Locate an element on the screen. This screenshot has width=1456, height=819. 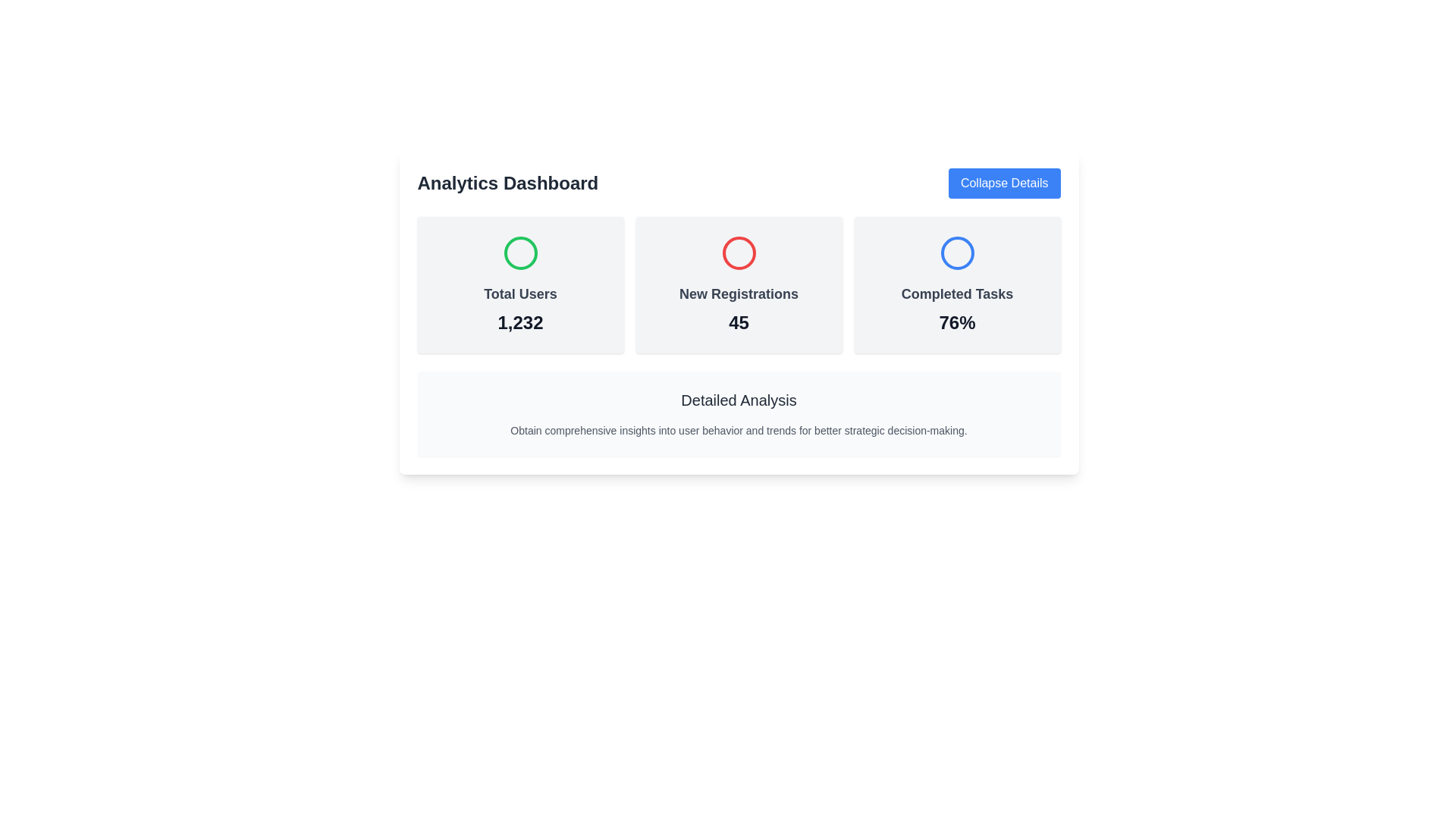
the 'New Registrations' text label, which is styled with gray color and bold font, located in the center of the card above the numeral '45' is located at coordinates (739, 294).